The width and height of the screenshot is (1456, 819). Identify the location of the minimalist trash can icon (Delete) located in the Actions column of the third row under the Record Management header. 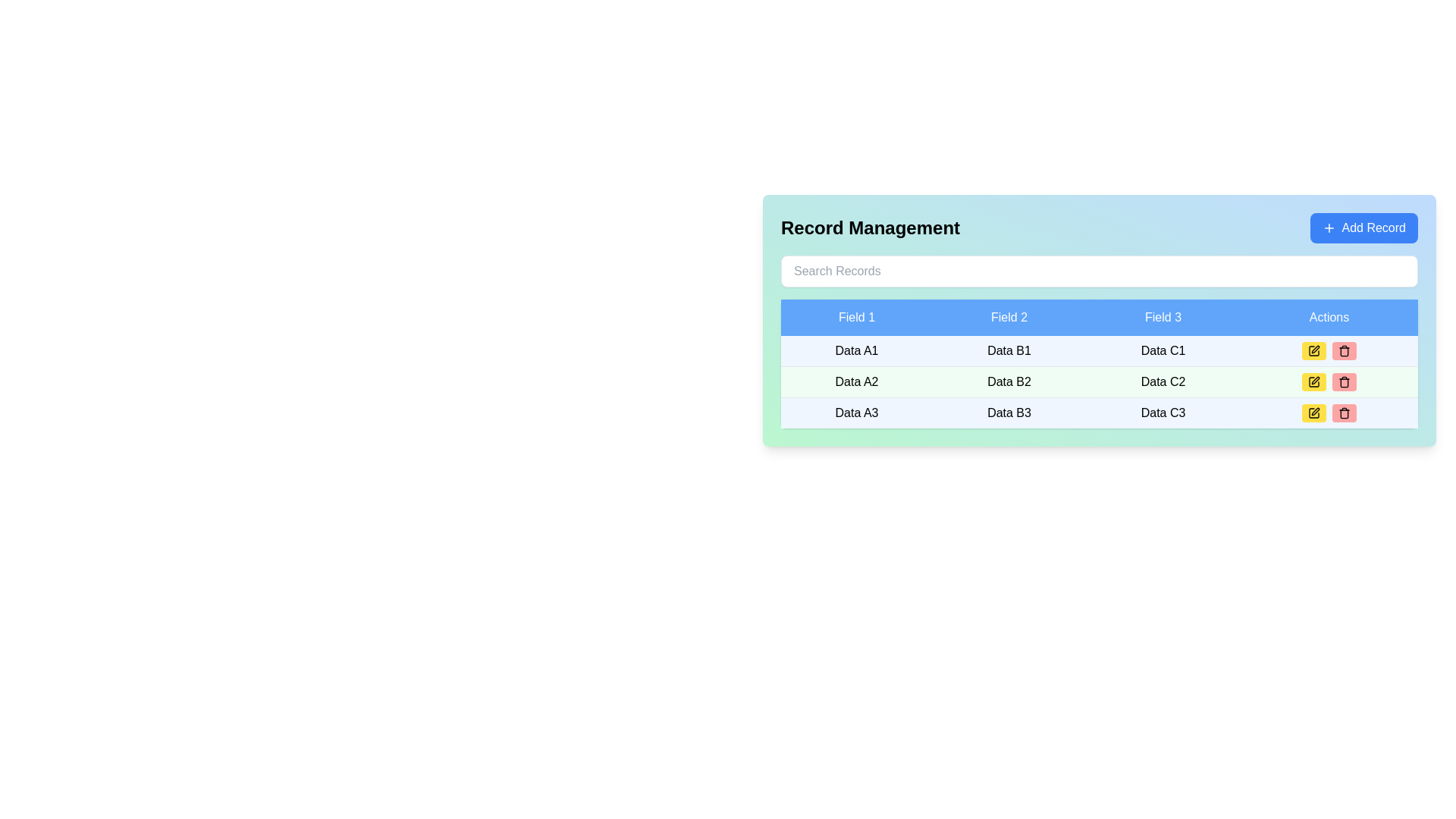
(1344, 414).